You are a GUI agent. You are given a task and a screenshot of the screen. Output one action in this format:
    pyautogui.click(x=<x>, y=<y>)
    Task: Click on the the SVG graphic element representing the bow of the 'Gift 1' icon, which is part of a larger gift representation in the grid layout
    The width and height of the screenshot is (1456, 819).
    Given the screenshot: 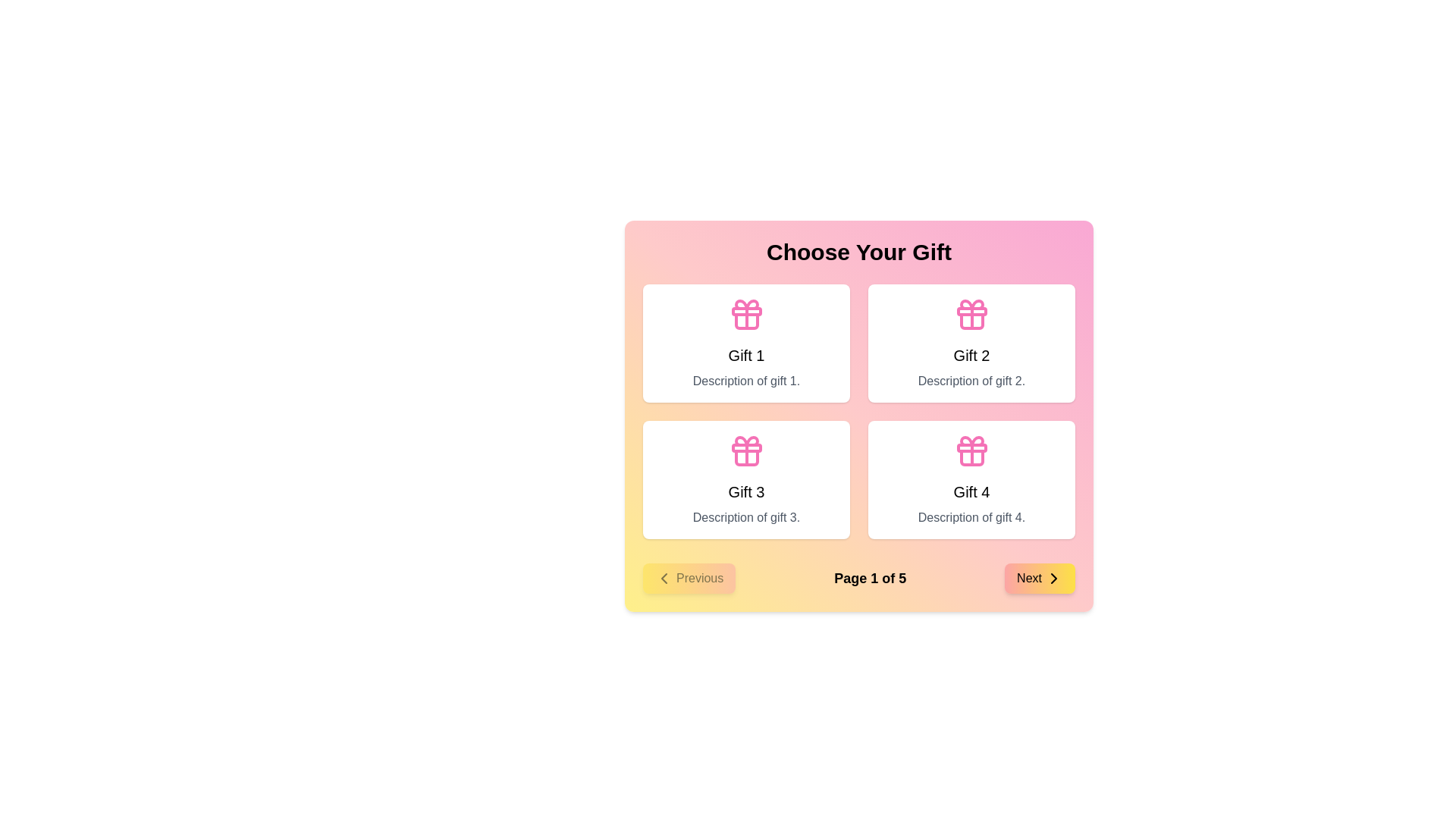 What is the action you would take?
    pyautogui.click(x=746, y=304)
    